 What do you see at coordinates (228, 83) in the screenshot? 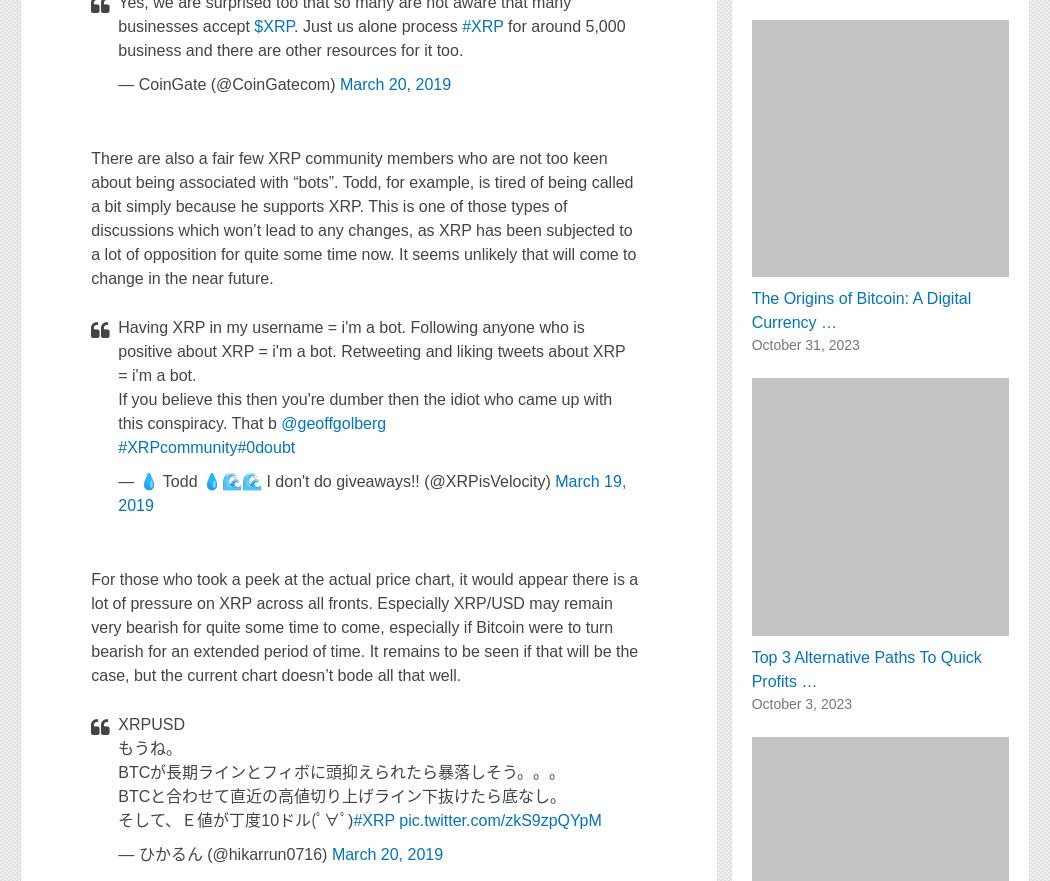
I see `'— CoinGate (@CoinGatecom)'` at bounding box center [228, 83].